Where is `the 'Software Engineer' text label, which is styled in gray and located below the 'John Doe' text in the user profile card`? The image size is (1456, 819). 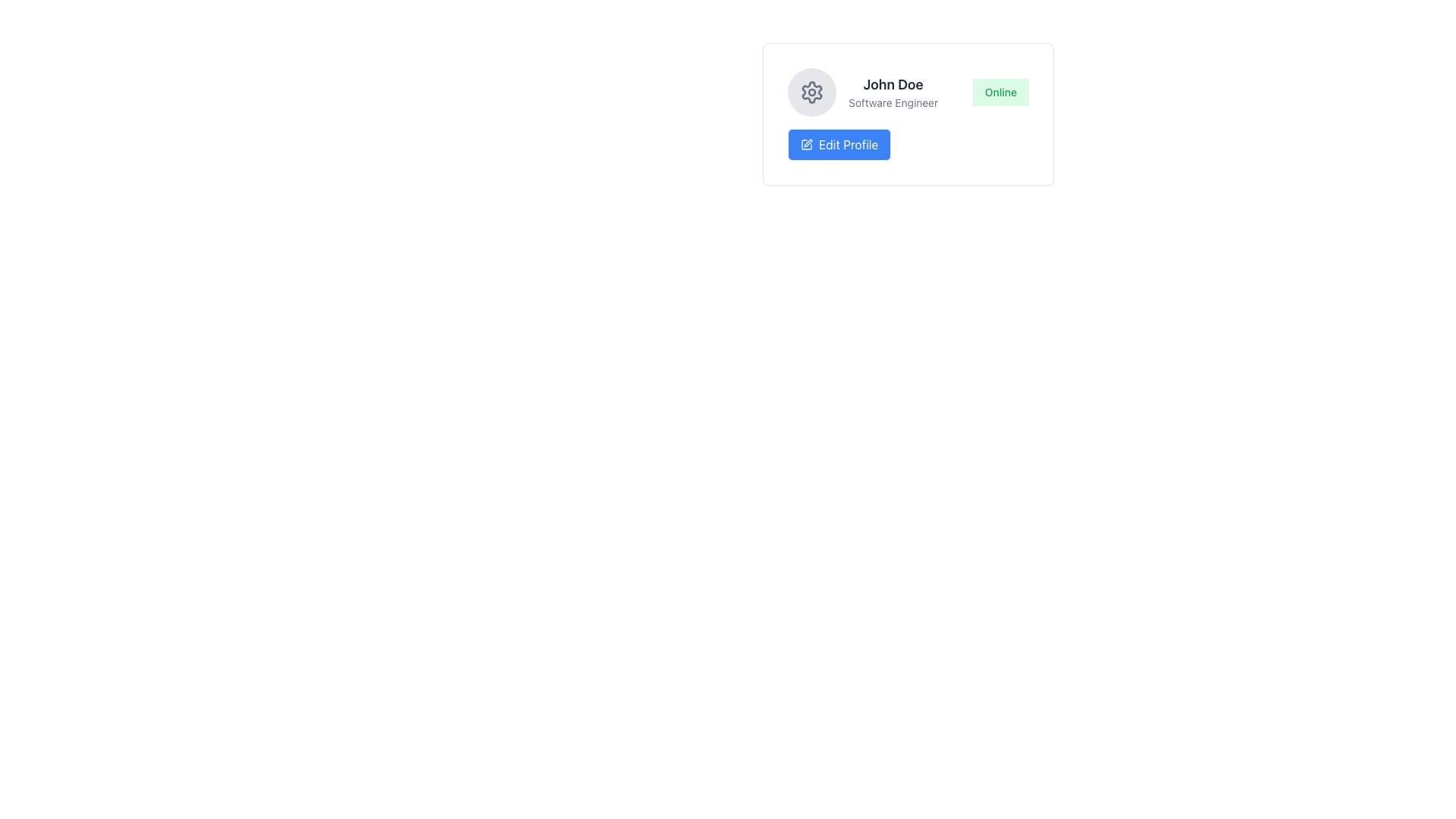 the 'Software Engineer' text label, which is styled in gray and located below the 'John Doe' text in the user profile card is located at coordinates (893, 102).